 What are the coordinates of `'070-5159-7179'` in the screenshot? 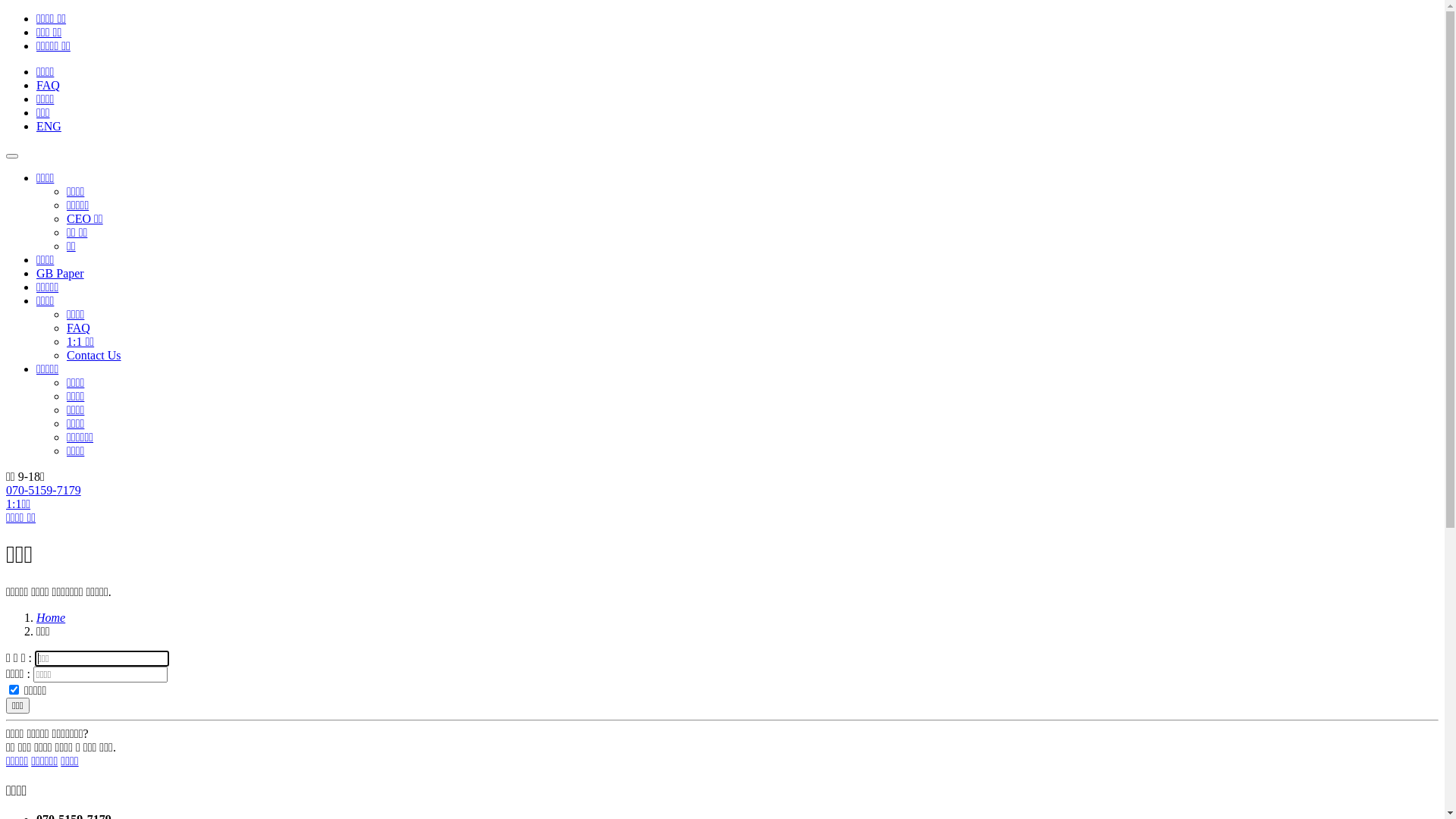 It's located at (43, 490).